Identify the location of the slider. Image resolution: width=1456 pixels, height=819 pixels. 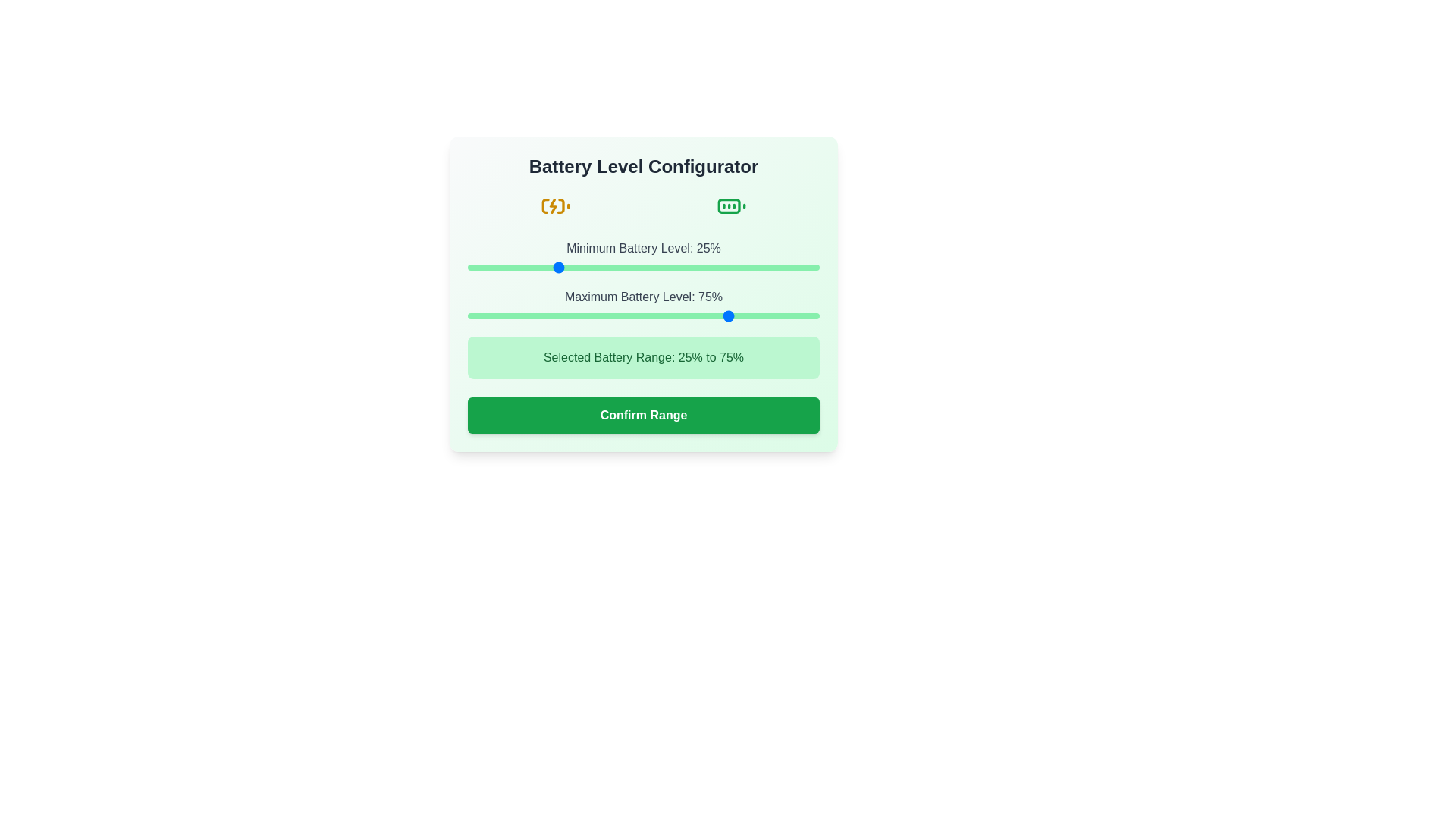
(688, 315).